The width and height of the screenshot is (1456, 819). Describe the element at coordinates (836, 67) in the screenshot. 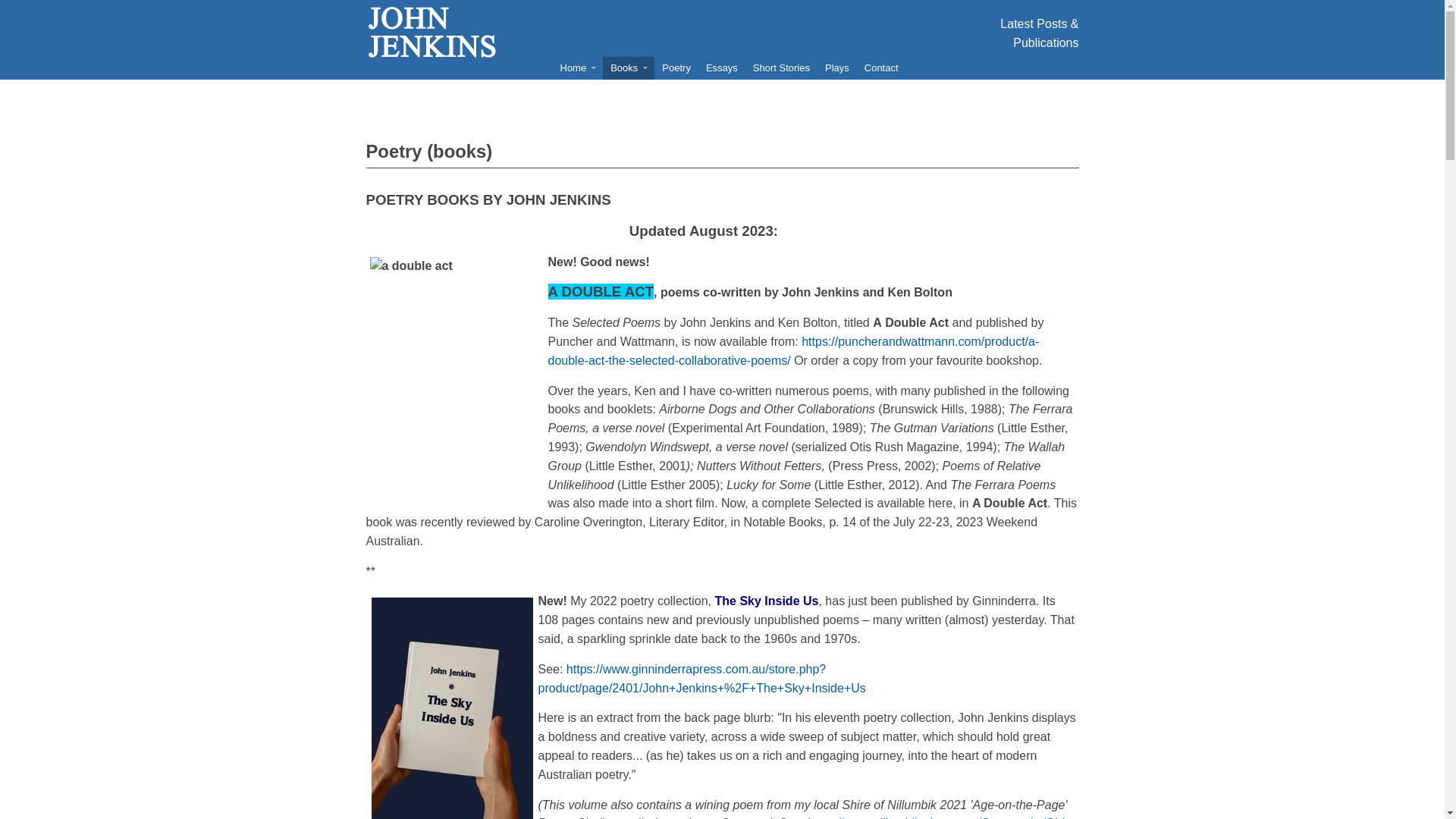

I see `'Plays'` at that location.